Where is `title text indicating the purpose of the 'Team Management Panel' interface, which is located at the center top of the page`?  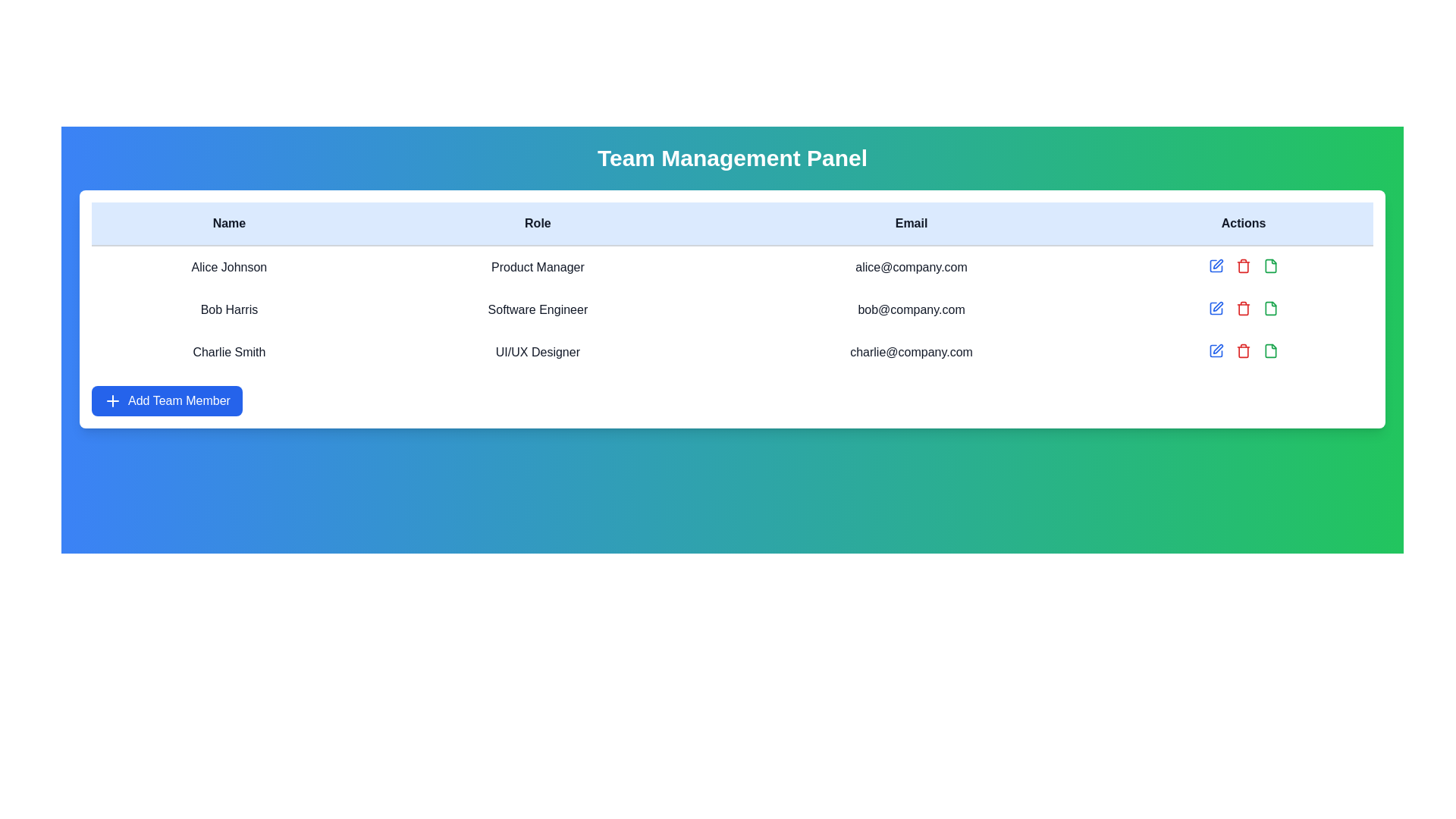 title text indicating the purpose of the 'Team Management Panel' interface, which is located at the center top of the page is located at coordinates (732, 158).